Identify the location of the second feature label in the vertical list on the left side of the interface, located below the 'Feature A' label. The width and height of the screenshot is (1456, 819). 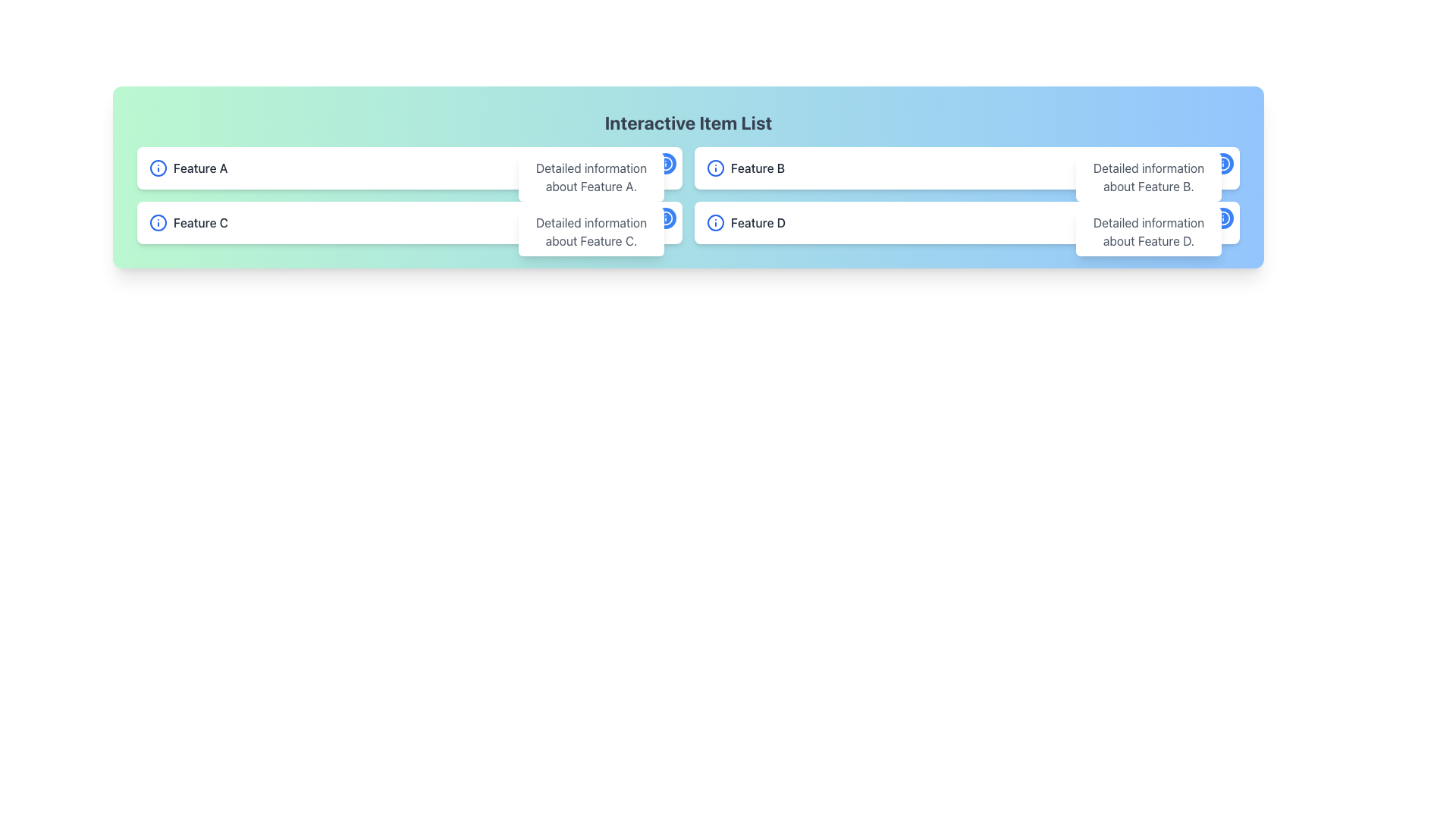
(199, 222).